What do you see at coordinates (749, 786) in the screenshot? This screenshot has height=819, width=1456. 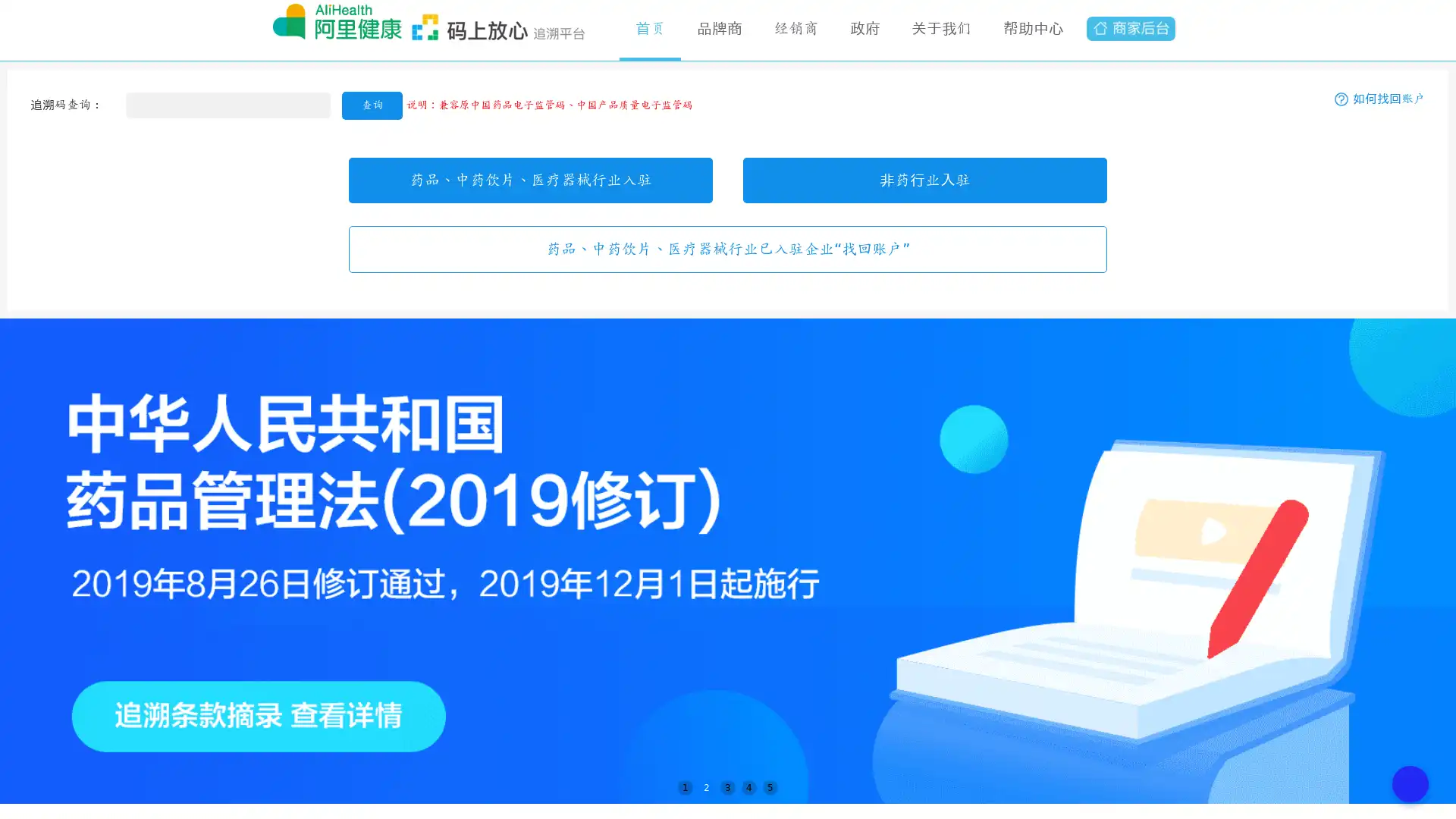 I see `Go to slide 4` at bounding box center [749, 786].